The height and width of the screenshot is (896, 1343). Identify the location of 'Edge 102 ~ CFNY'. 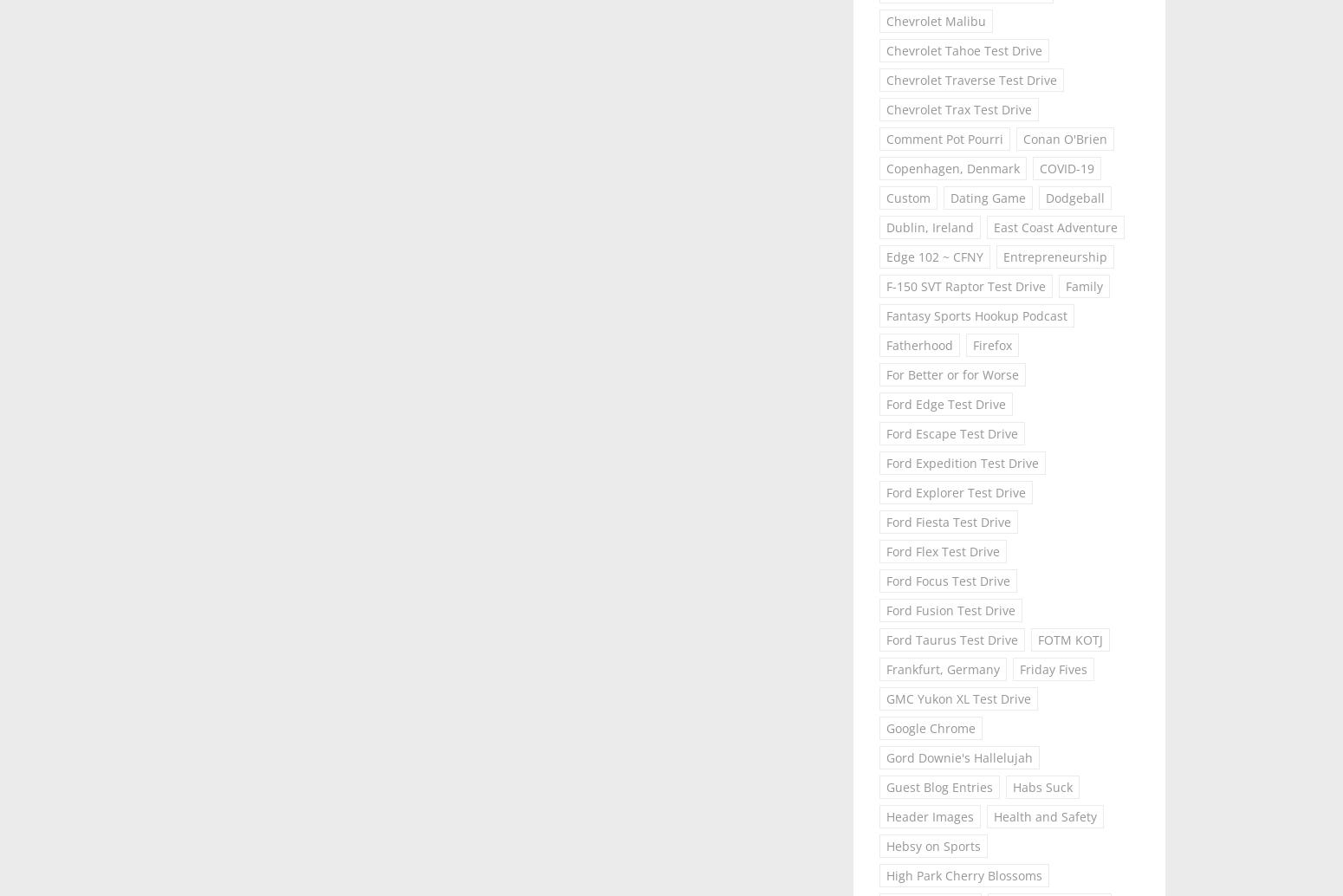
(934, 256).